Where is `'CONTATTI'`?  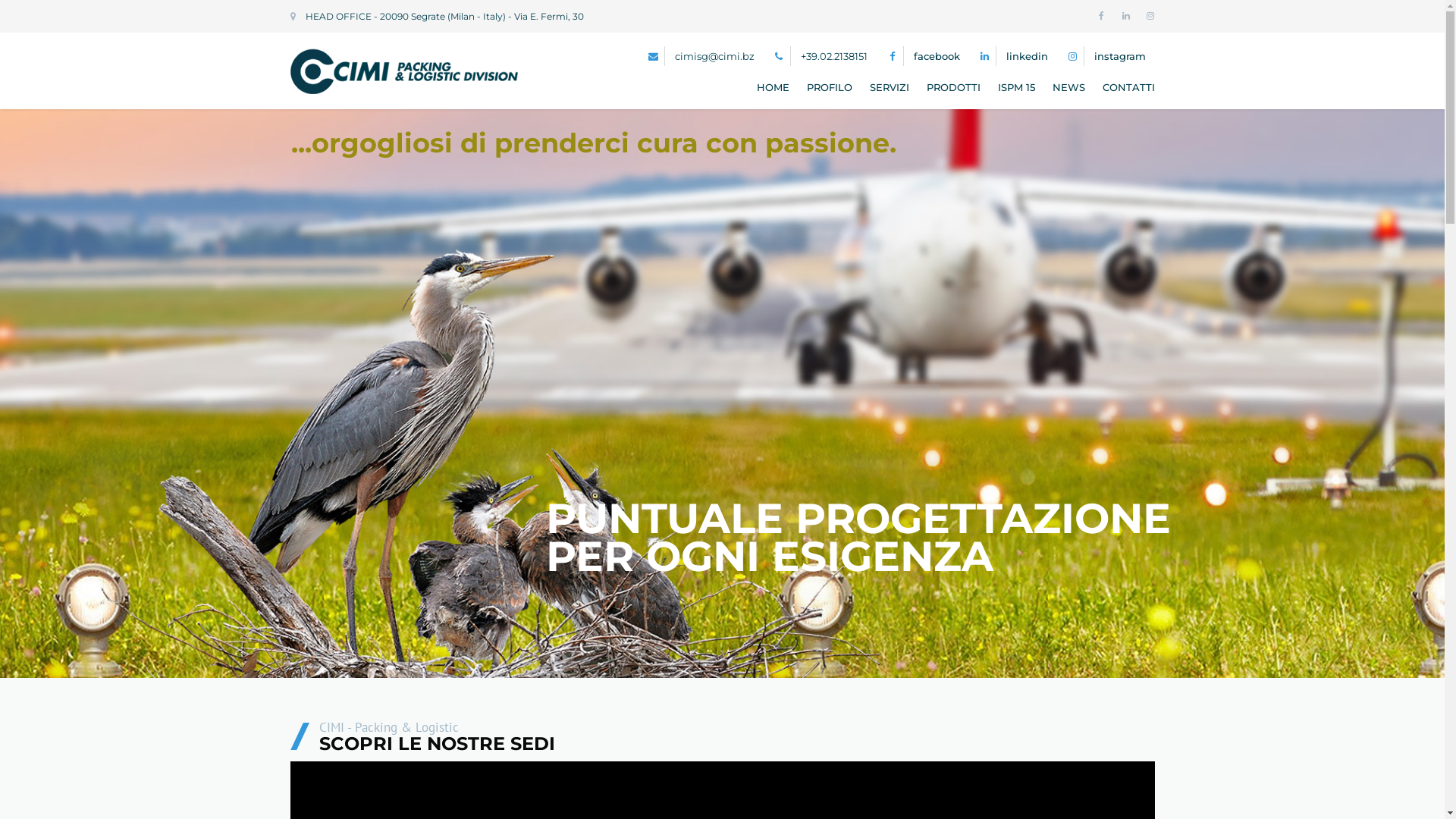 'CONTATTI' is located at coordinates (1125, 87).